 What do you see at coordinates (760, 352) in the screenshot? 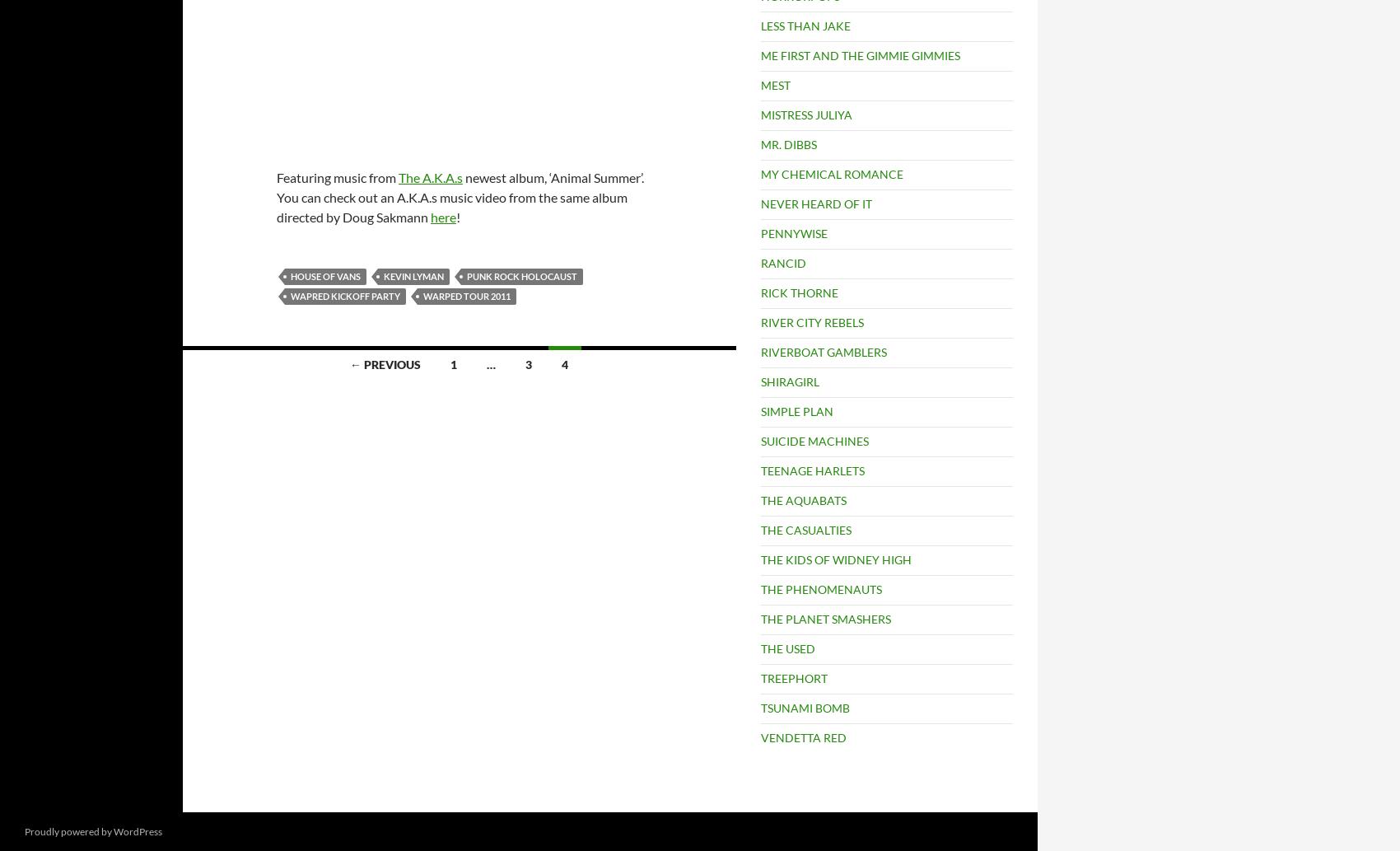
I see `'RIVERBOAT GAMBLERS'` at bounding box center [760, 352].